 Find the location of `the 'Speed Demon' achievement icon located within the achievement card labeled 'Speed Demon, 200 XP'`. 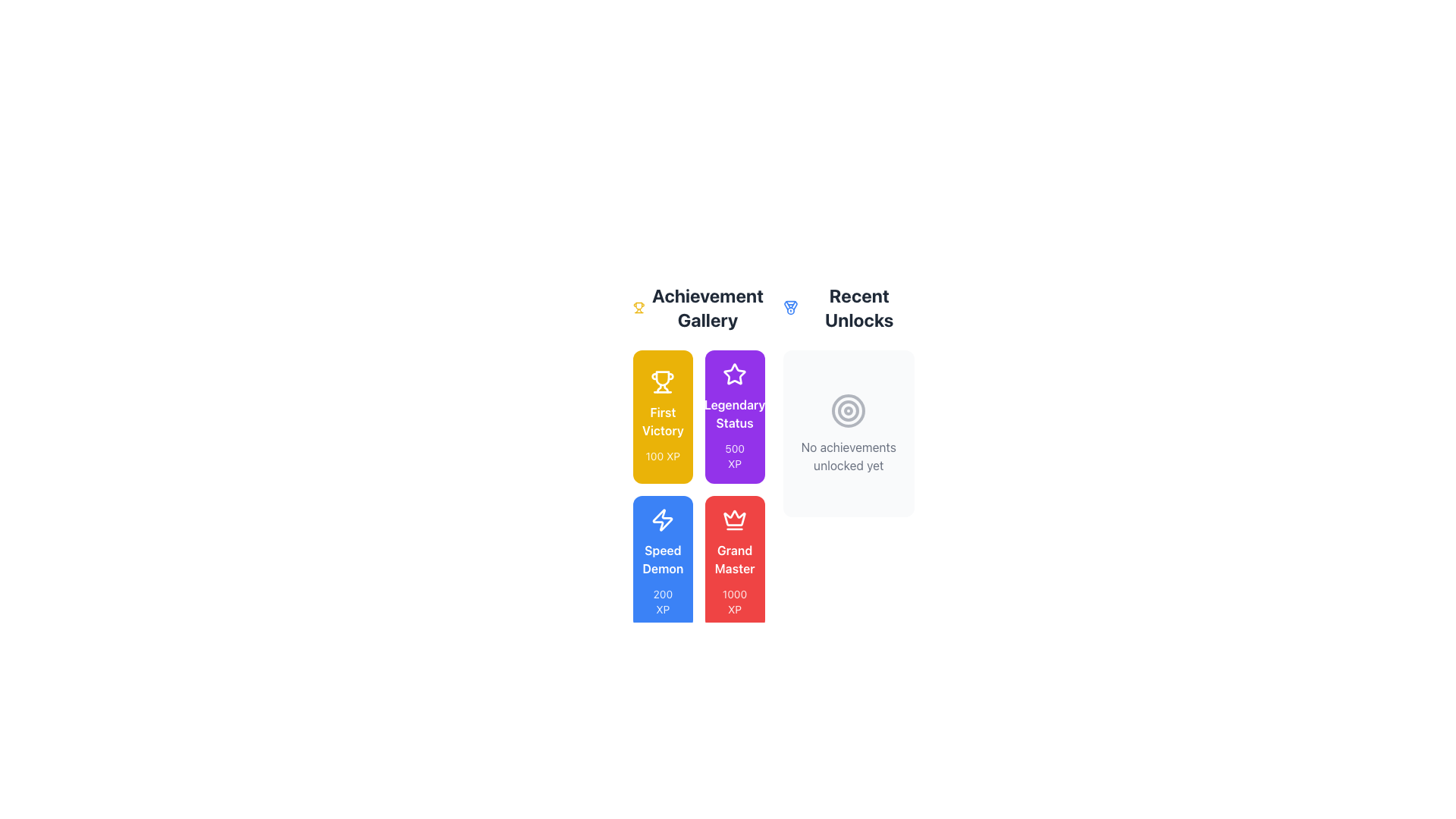

the 'Speed Demon' achievement icon located within the achievement card labeled 'Speed Demon, 200 XP' is located at coordinates (663, 519).